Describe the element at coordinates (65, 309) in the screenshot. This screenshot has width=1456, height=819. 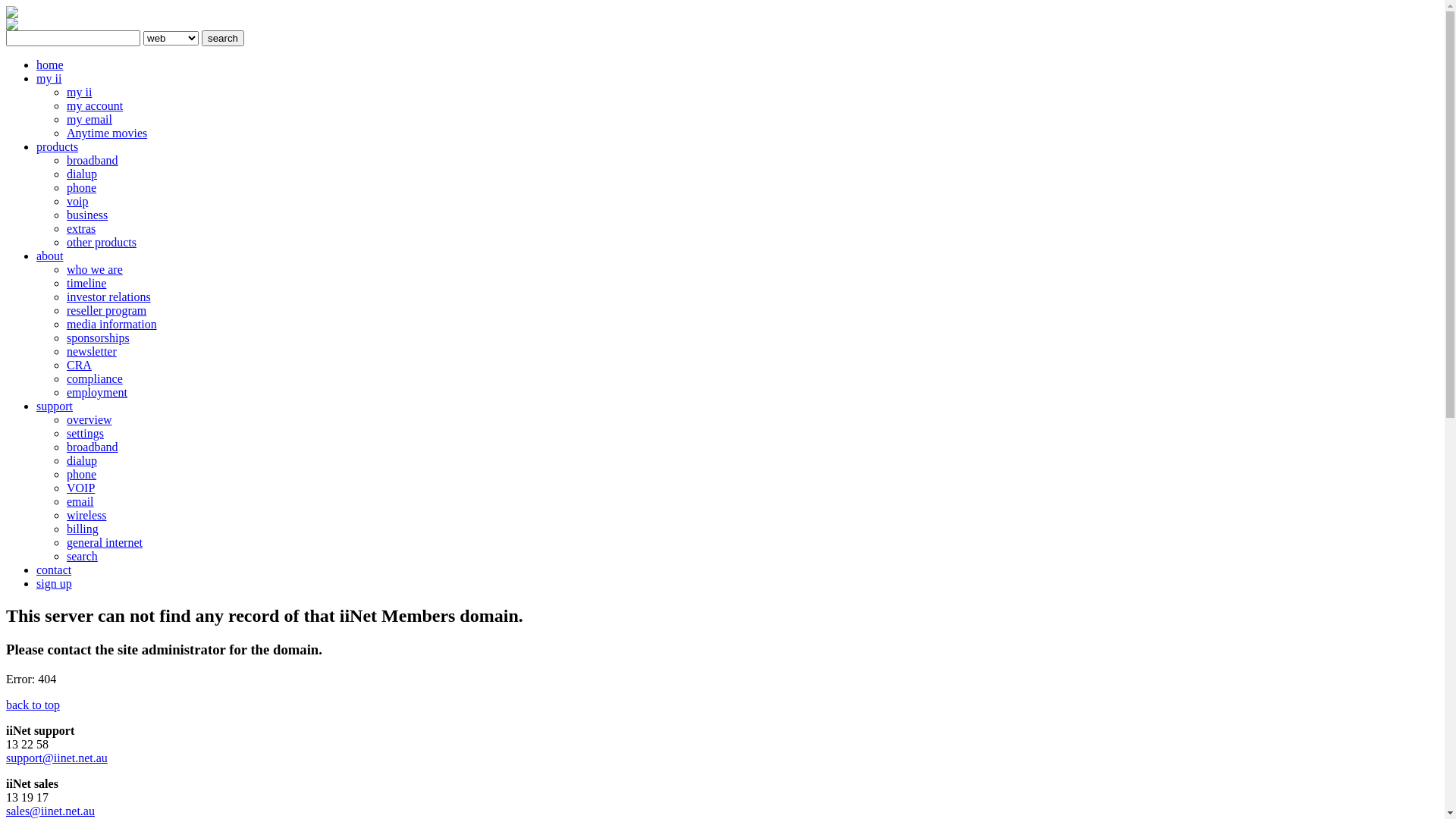
I see `'reseller program'` at that location.